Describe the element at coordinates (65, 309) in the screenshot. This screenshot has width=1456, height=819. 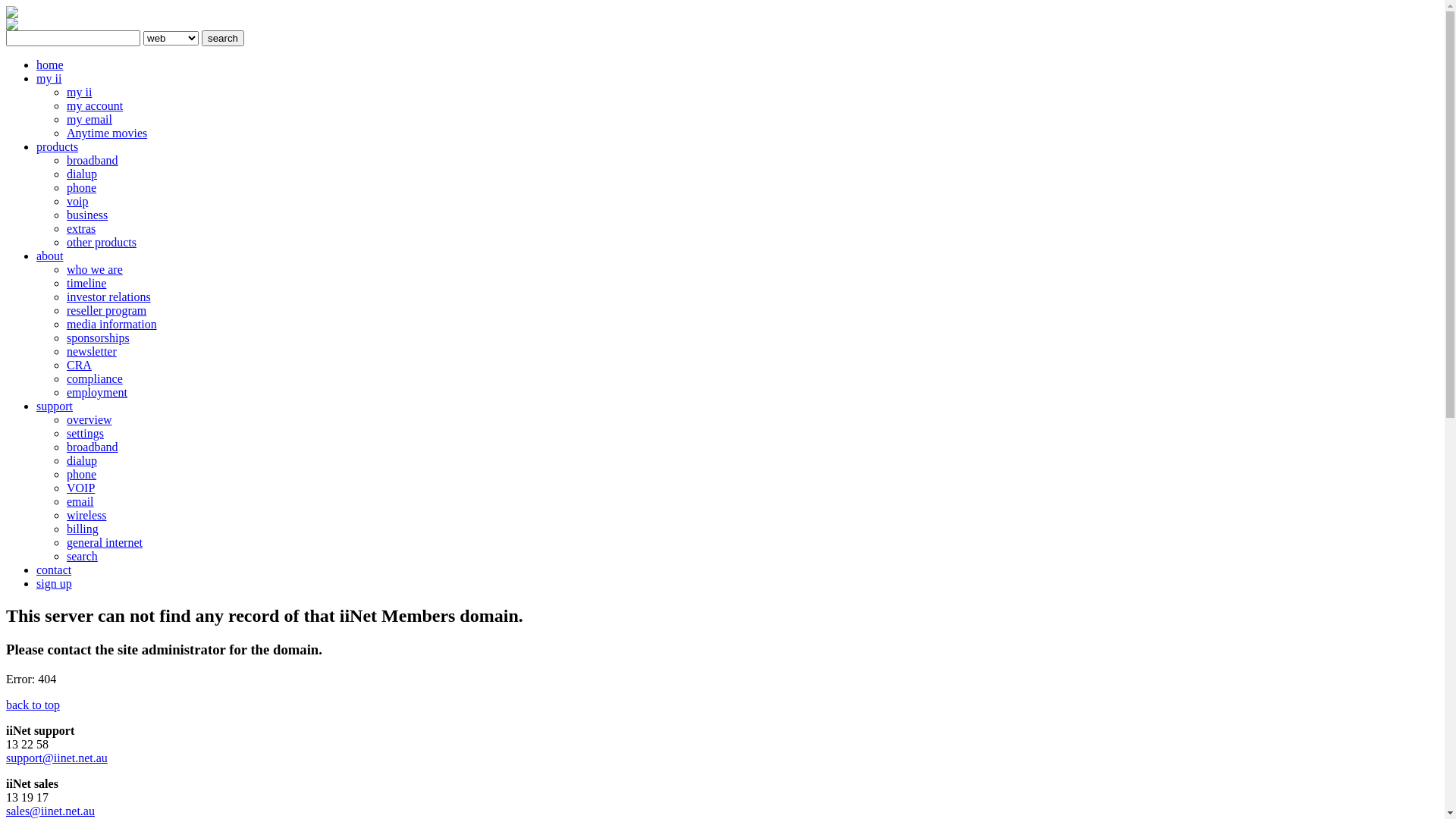
I see `'reseller program'` at that location.